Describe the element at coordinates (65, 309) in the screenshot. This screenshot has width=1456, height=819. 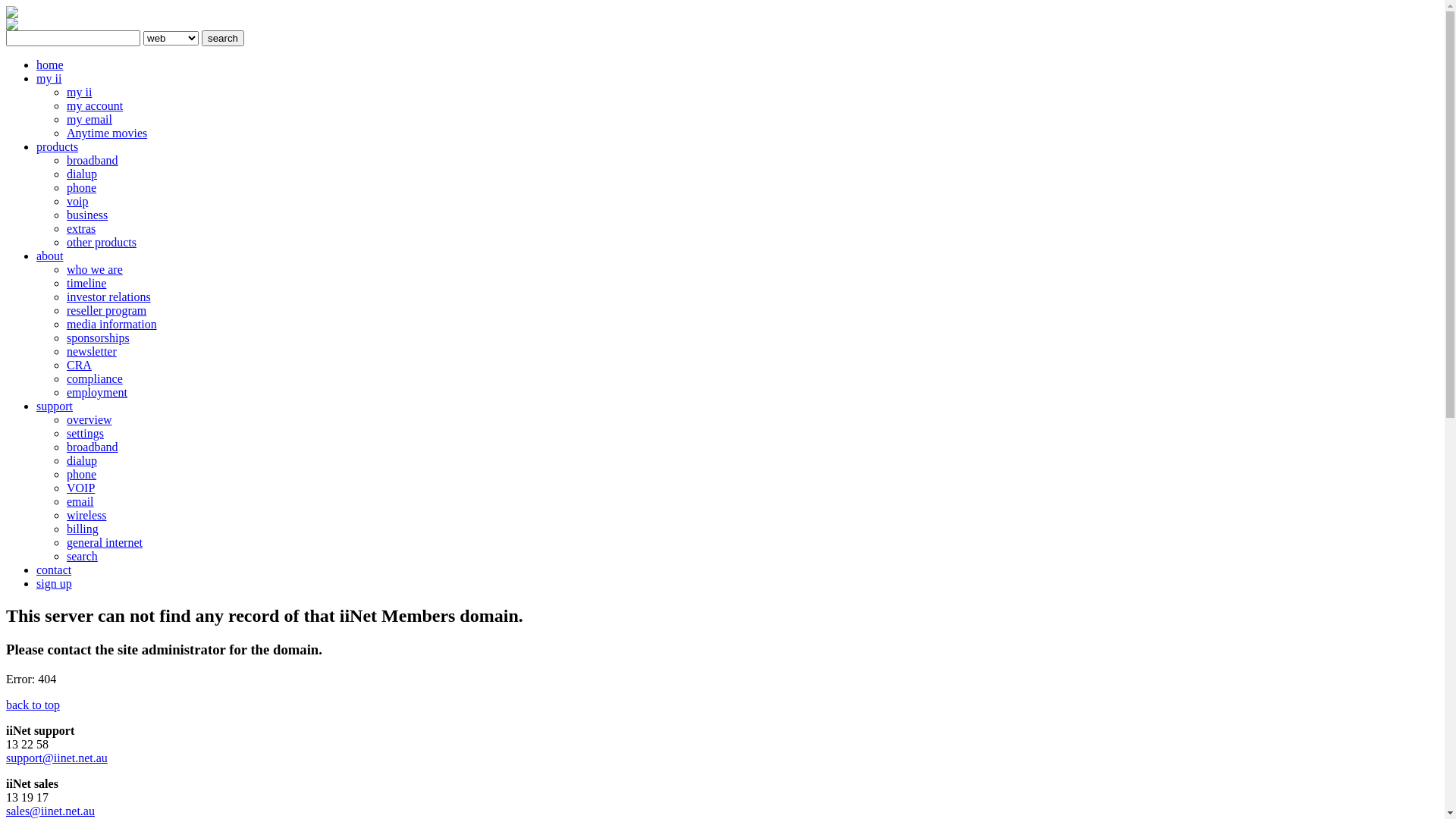
I see `'reseller program'` at that location.